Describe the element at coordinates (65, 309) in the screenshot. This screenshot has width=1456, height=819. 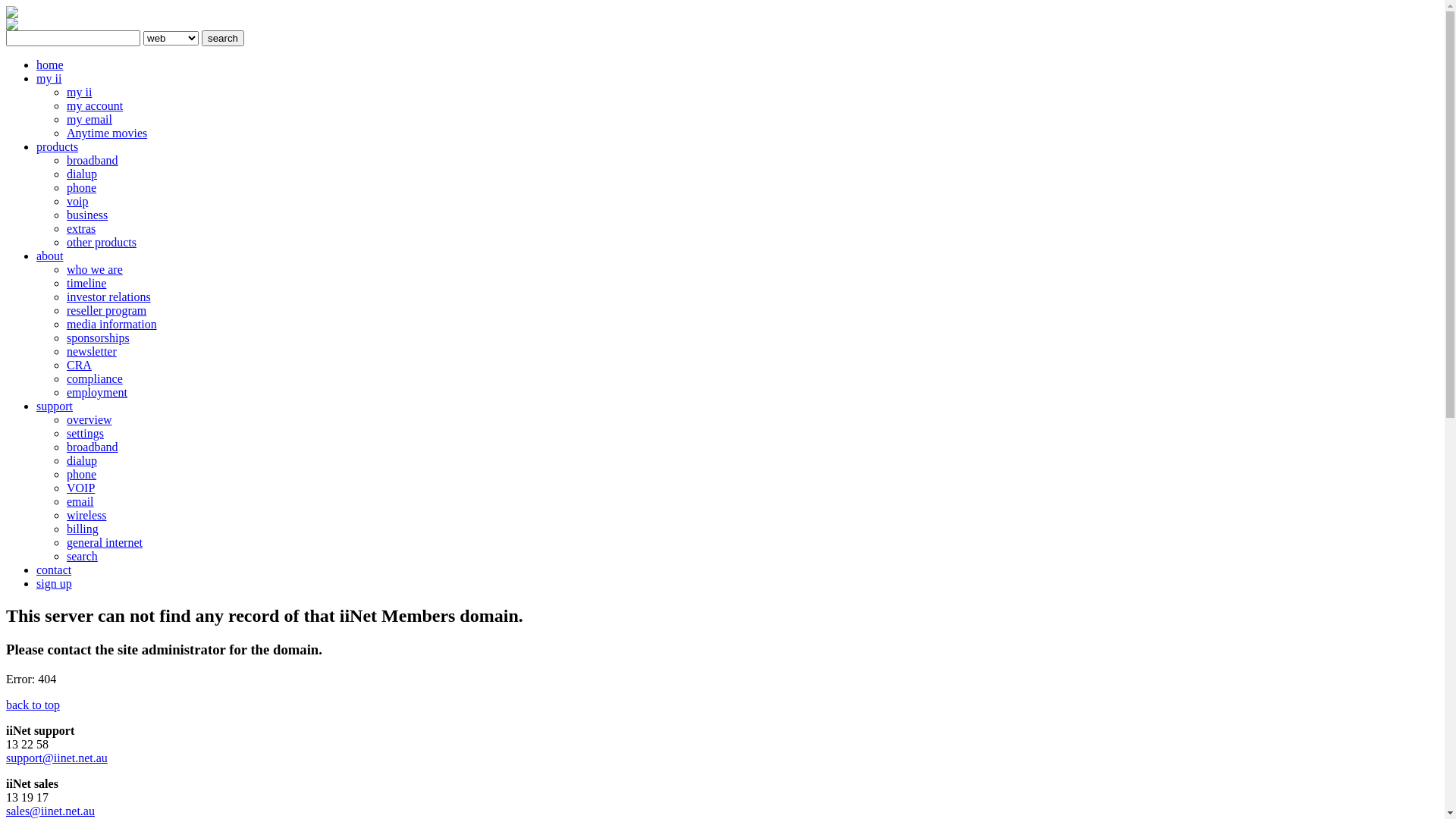
I see `'reseller program'` at that location.